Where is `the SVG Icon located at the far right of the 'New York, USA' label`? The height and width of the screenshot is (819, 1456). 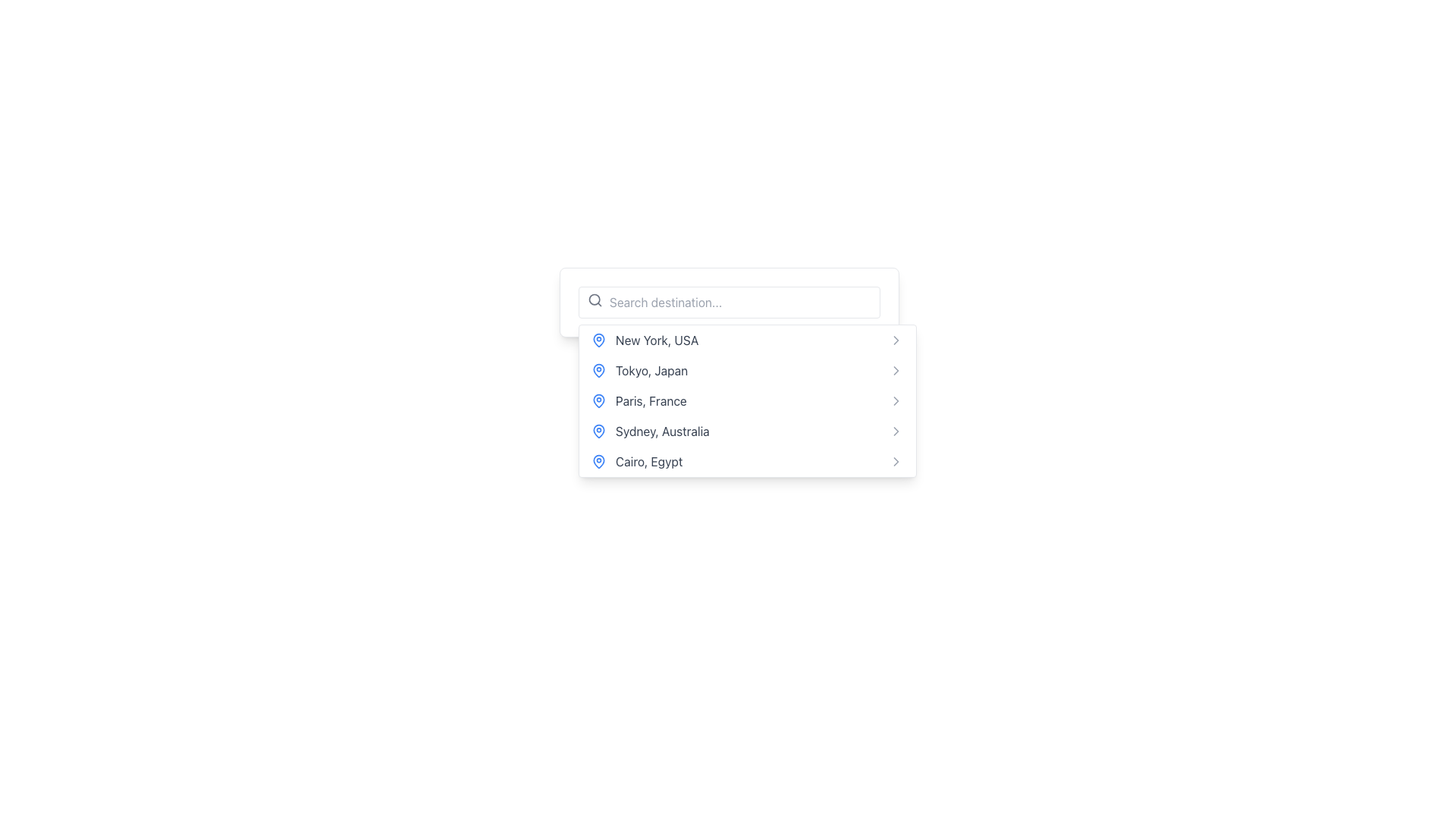
the SVG Icon located at the far right of the 'New York, USA' label is located at coordinates (896, 339).